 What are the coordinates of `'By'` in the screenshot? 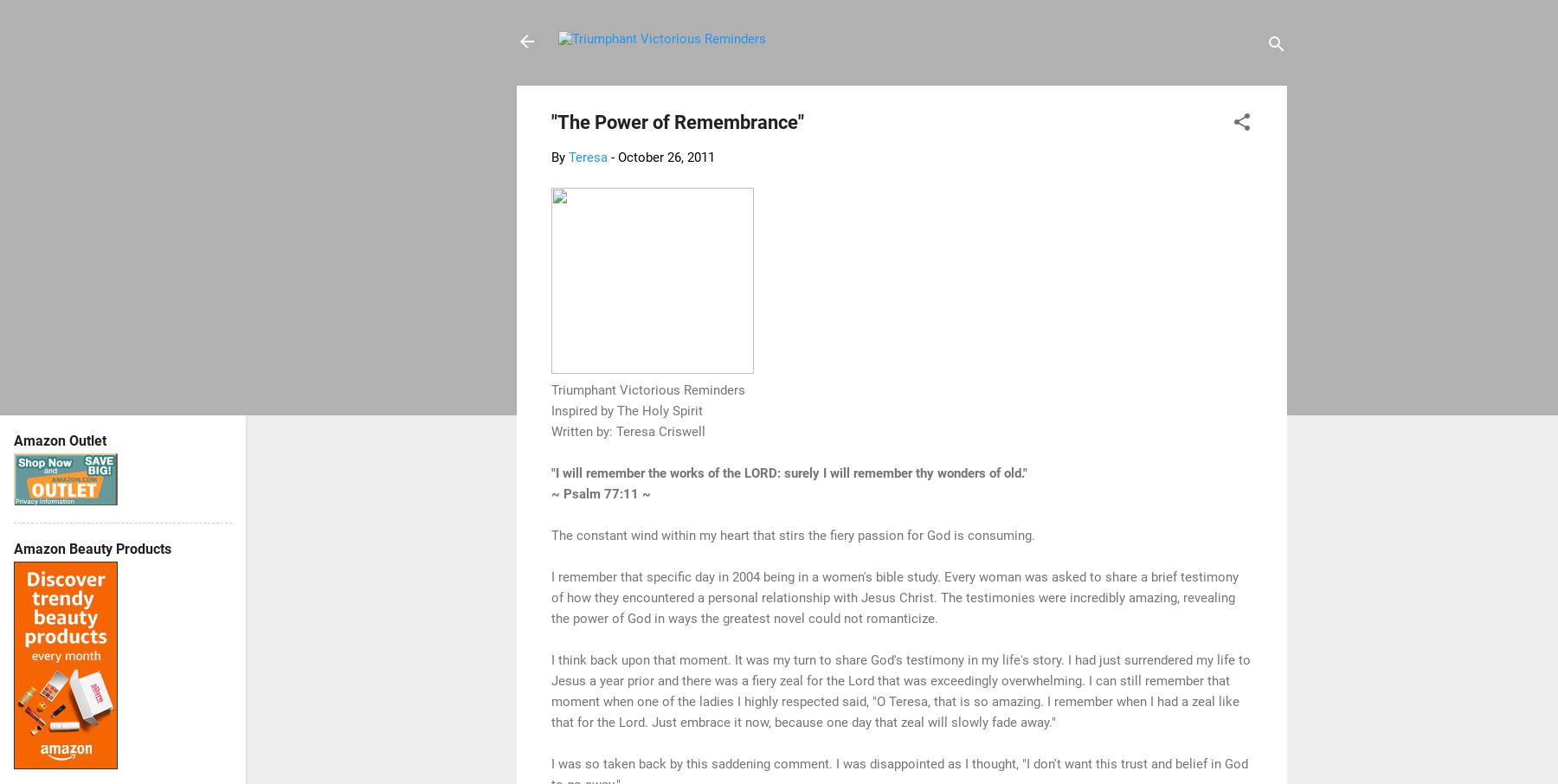 It's located at (551, 157).